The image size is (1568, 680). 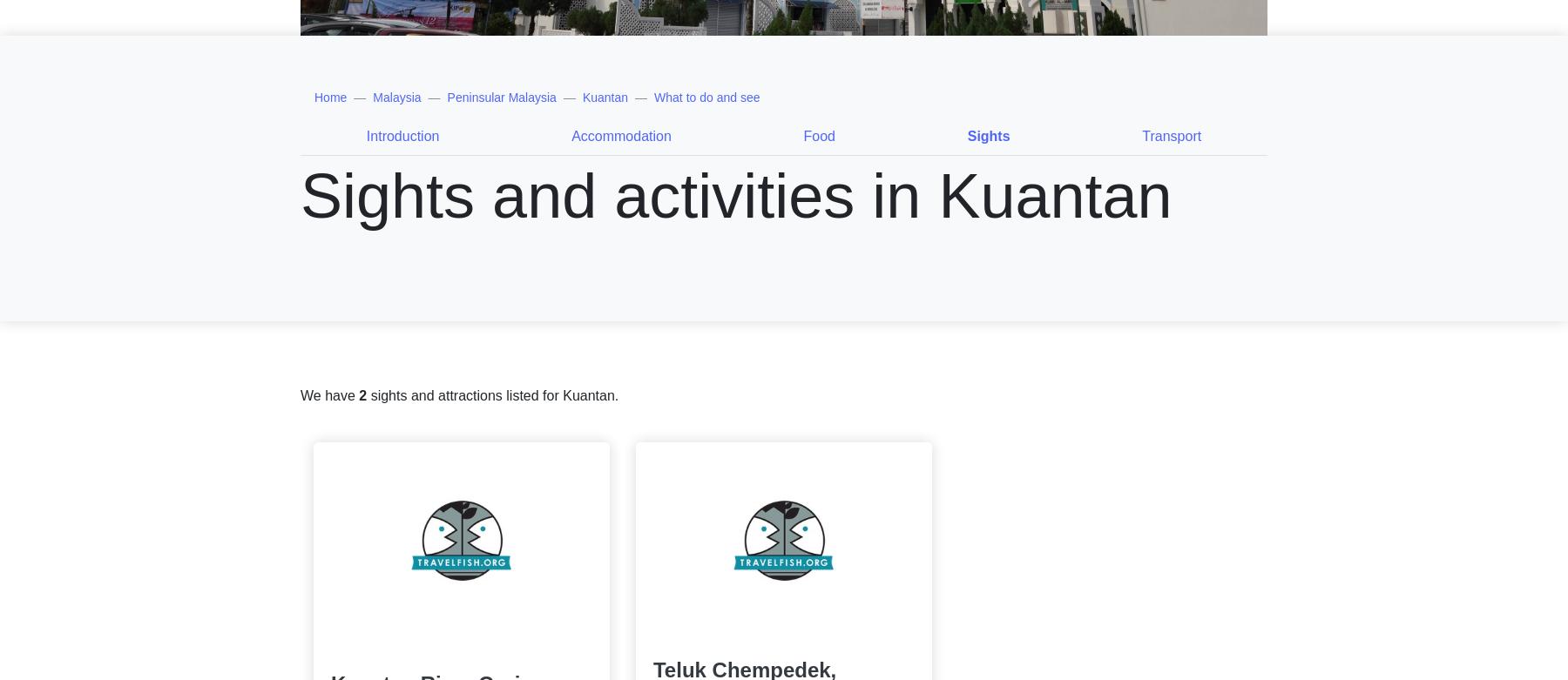 What do you see at coordinates (330, 97) in the screenshot?
I see `'Home'` at bounding box center [330, 97].